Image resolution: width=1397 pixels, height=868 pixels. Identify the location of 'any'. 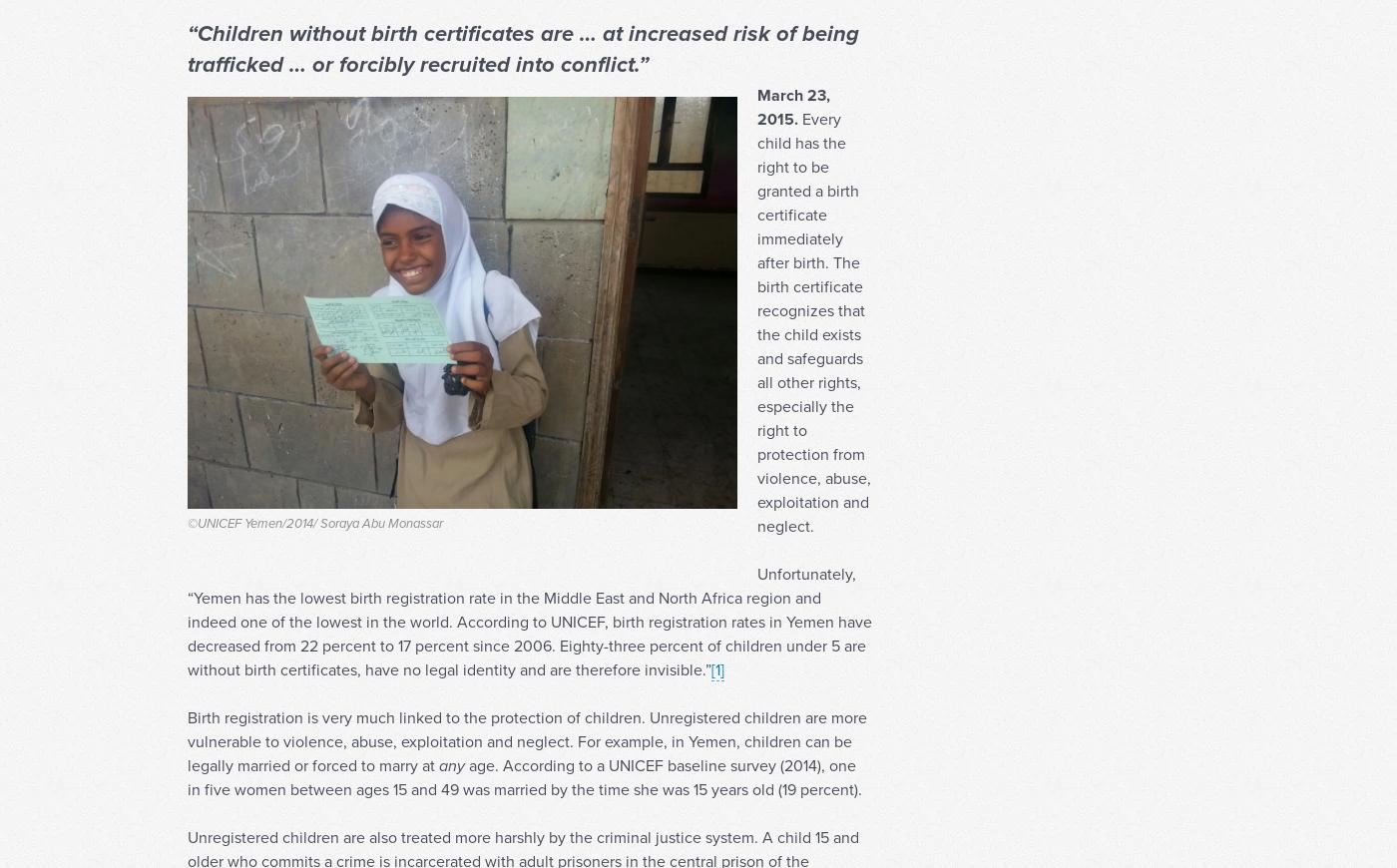
(452, 803).